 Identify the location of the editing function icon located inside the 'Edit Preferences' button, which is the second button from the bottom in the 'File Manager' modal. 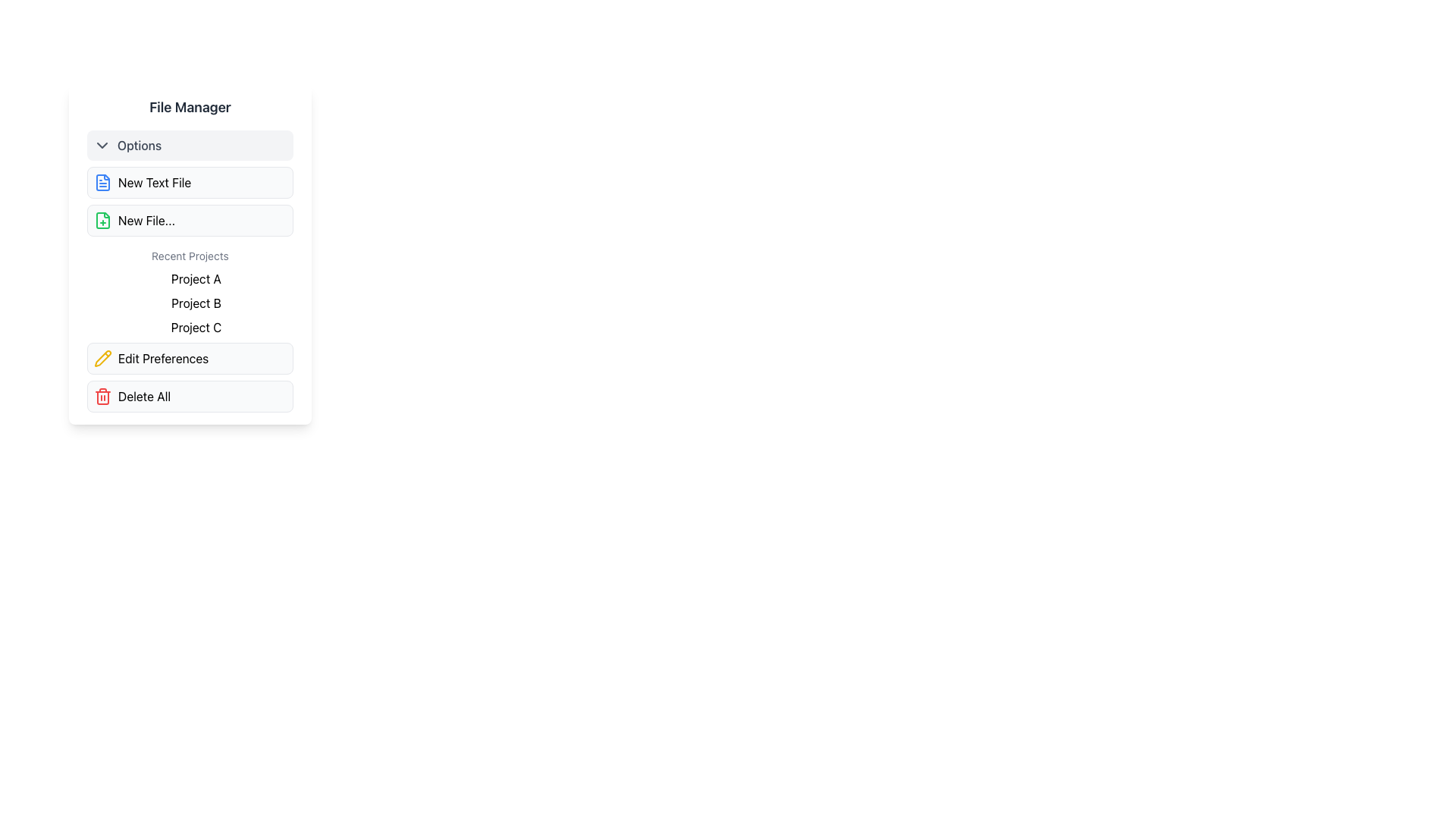
(102, 359).